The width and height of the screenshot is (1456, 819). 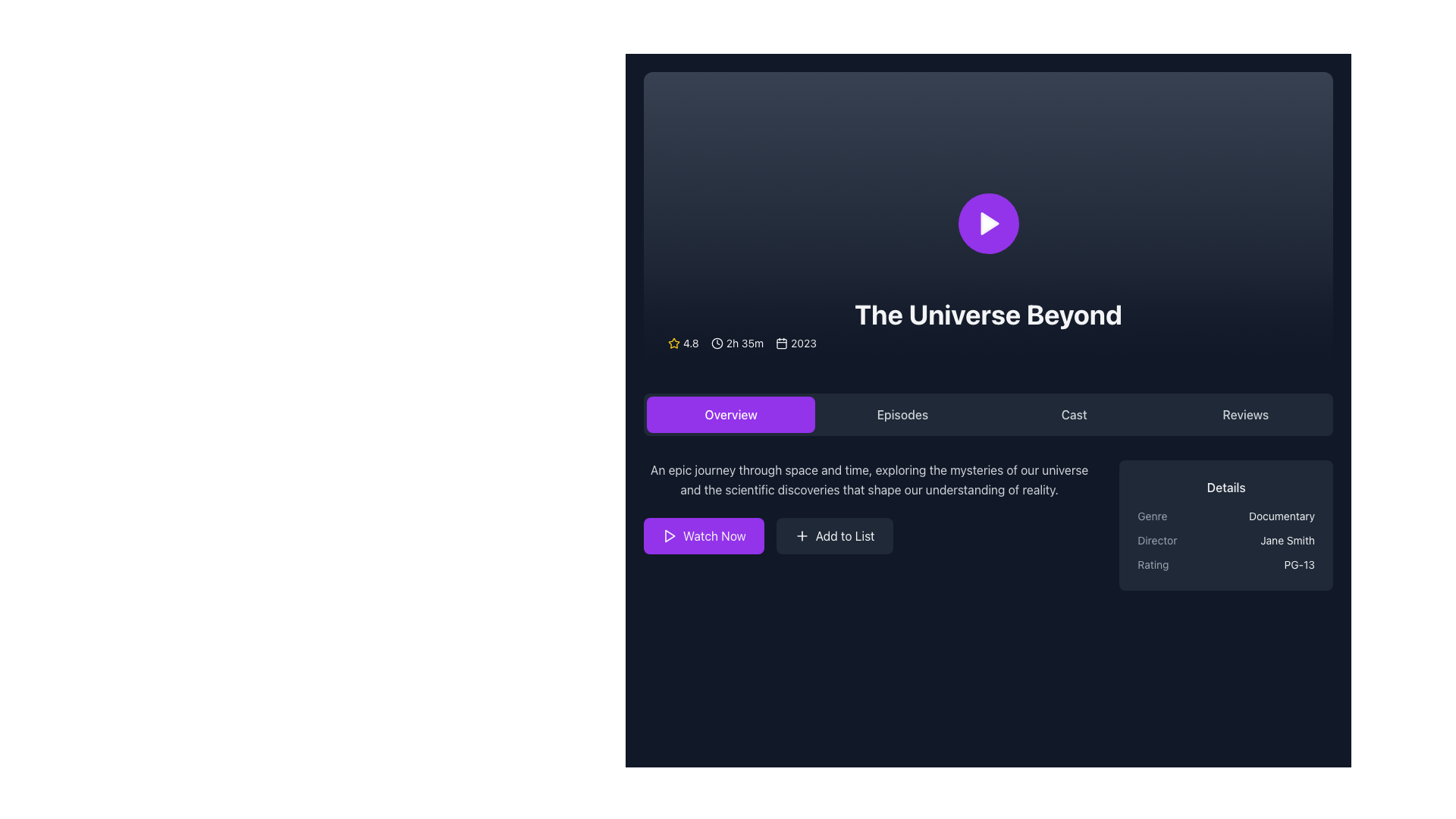 What do you see at coordinates (1298, 564) in the screenshot?
I see `the 'PG-13' text label, which is styled in a standard font and located to the right of the 'Rating' label in the 'Details' section` at bounding box center [1298, 564].